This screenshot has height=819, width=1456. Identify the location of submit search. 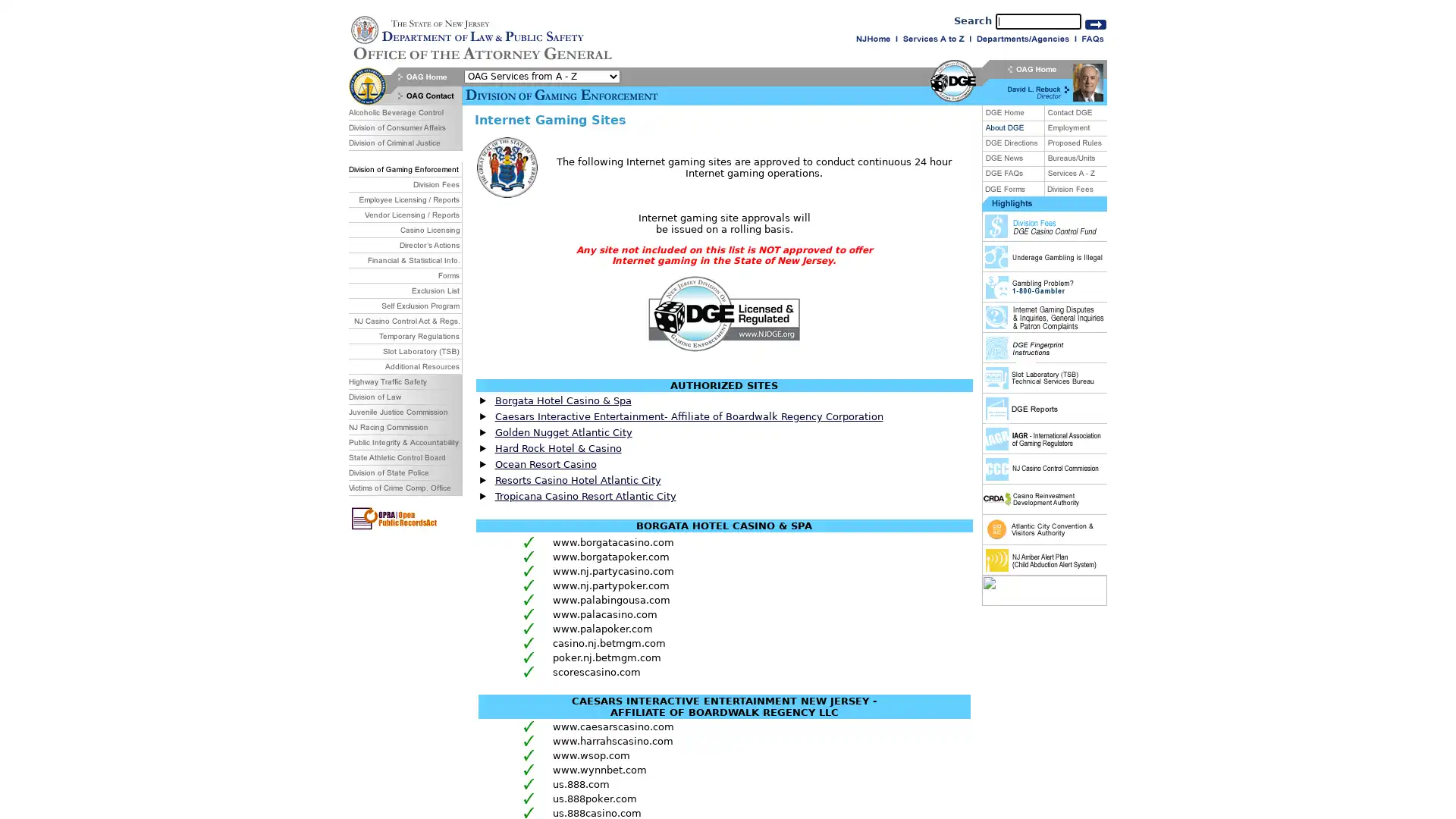
(1095, 24).